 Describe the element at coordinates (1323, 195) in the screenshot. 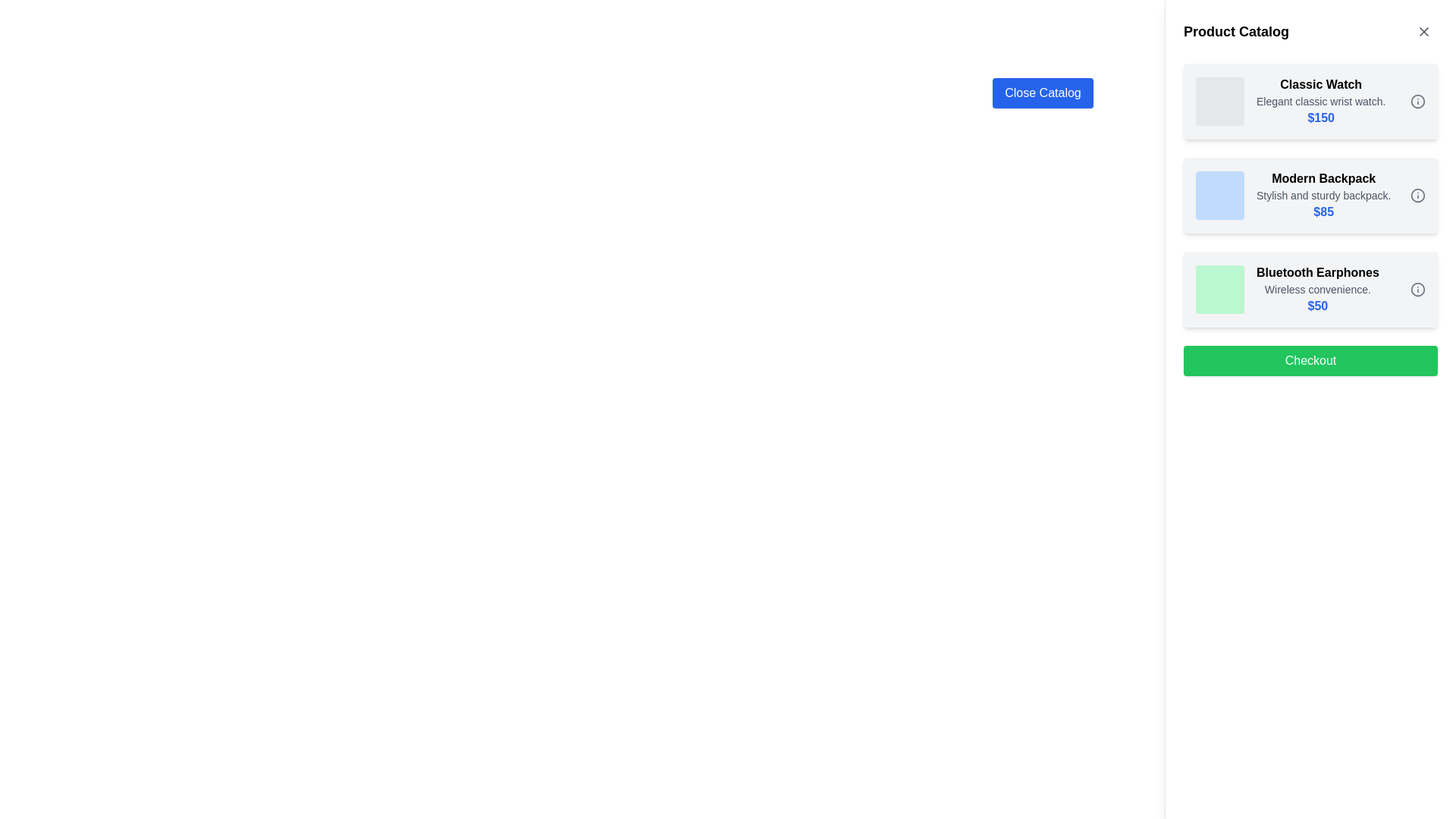

I see `product details from the text-based product display element located on the right side of the interface, specifically the second item in the list after 'Classic Watch'` at that location.